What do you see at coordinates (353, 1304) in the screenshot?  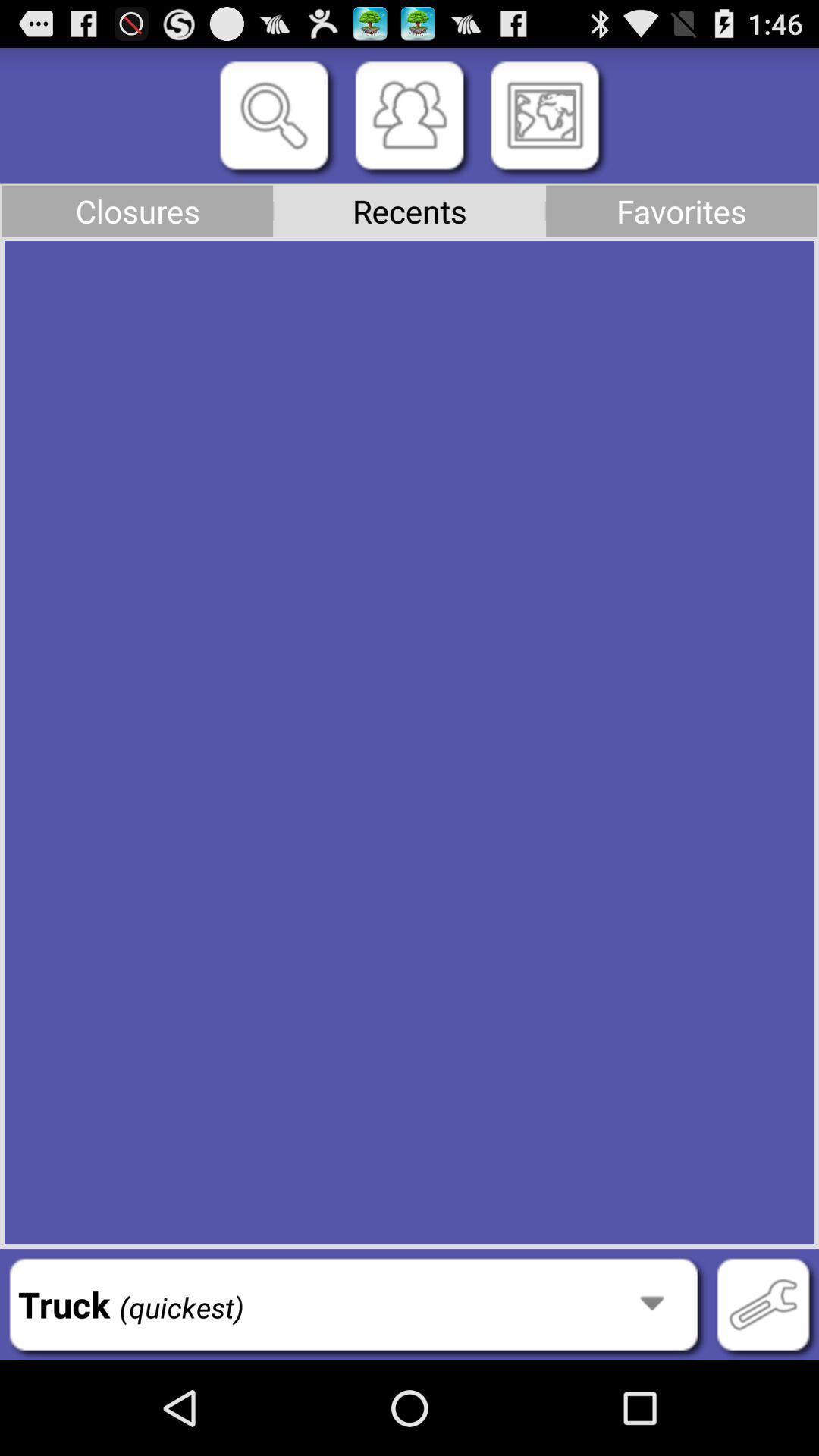 I see `truck (quickest) item` at bounding box center [353, 1304].